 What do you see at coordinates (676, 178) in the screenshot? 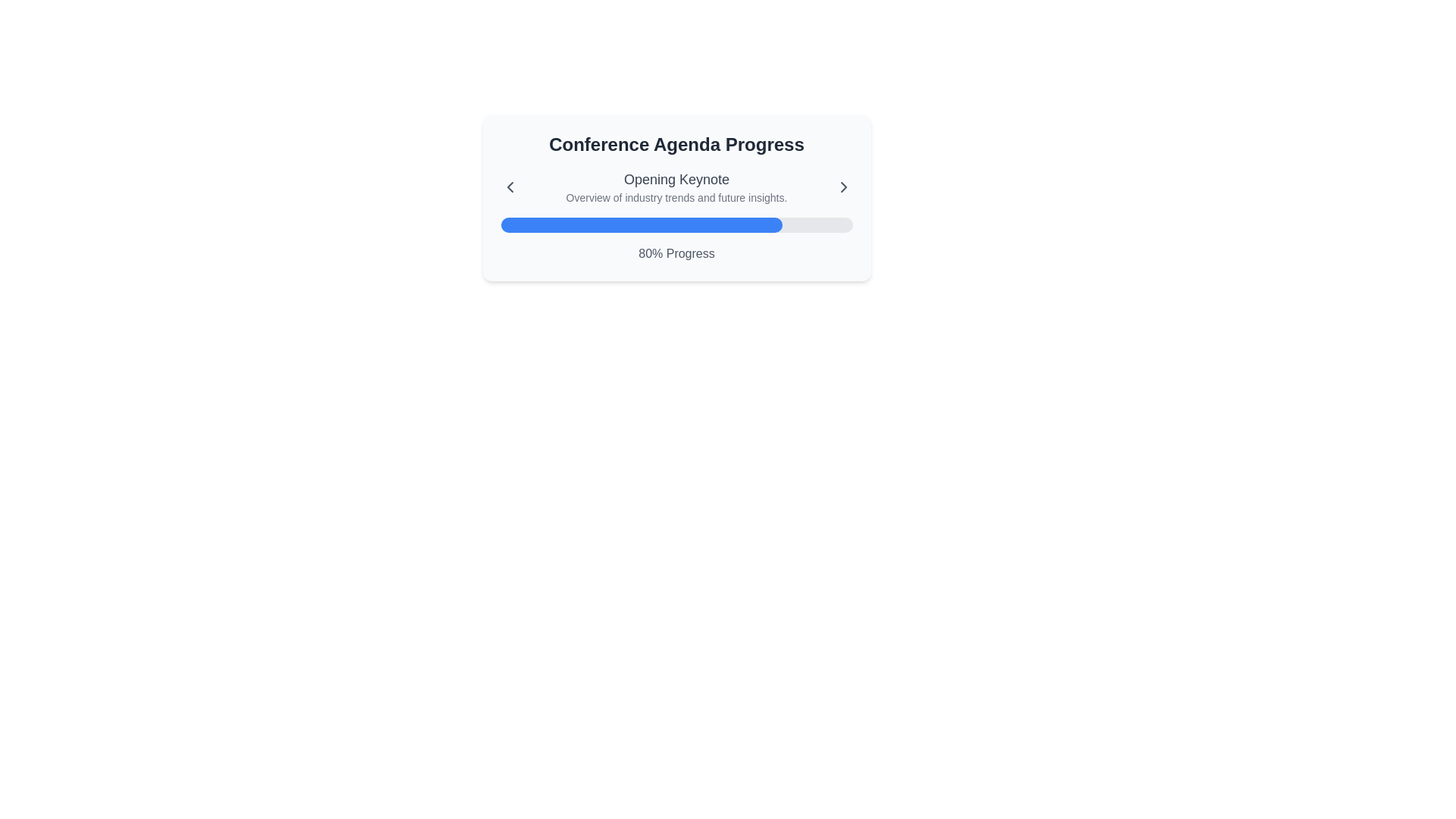
I see `text element displaying 'Opening Keynote', which is styled with a larger font and bold weight, located at the center of the layout` at bounding box center [676, 178].